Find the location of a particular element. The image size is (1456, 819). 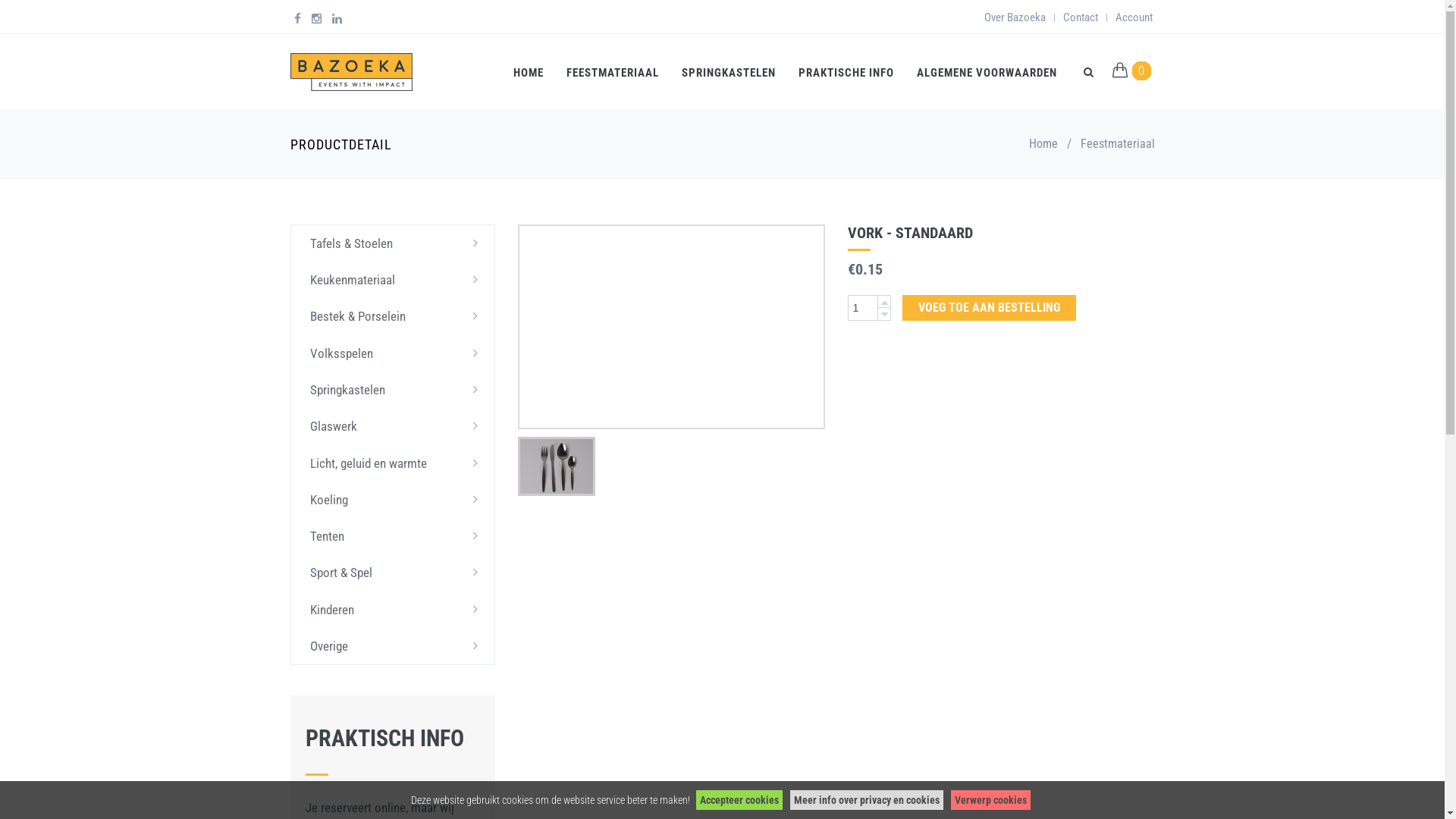

'Tenten' is located at coordinates (393, 535).